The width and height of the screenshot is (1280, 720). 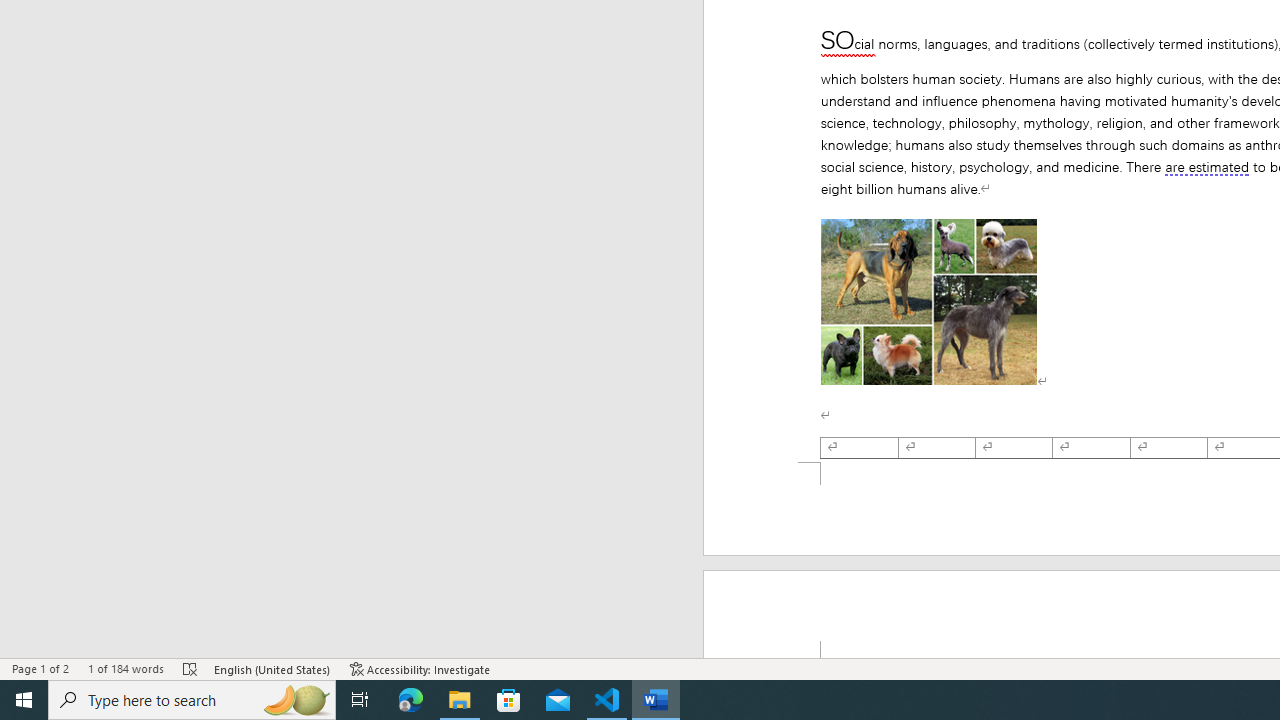 I want to click on 'Spelling and Grammar Check Errors', so click(x=191, y=669).